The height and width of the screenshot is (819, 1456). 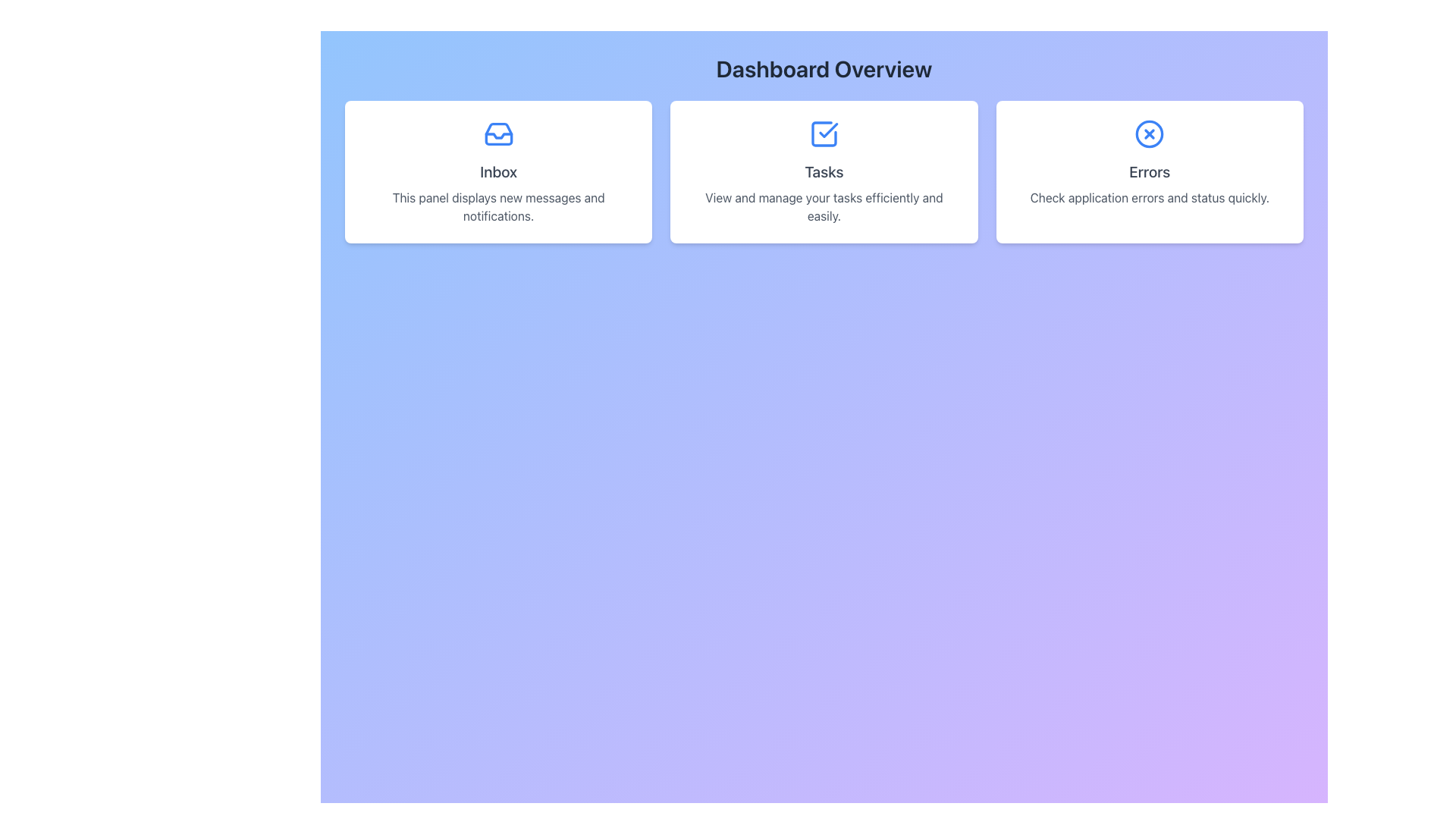 What do you see at coordinates (1150, 197) in the screenshot?
I see `the text element displaying 'Check application errors and status quickly.' located below the 'Errors' heading in the Dashboard Overview section` at bounding box center [1150, 197].